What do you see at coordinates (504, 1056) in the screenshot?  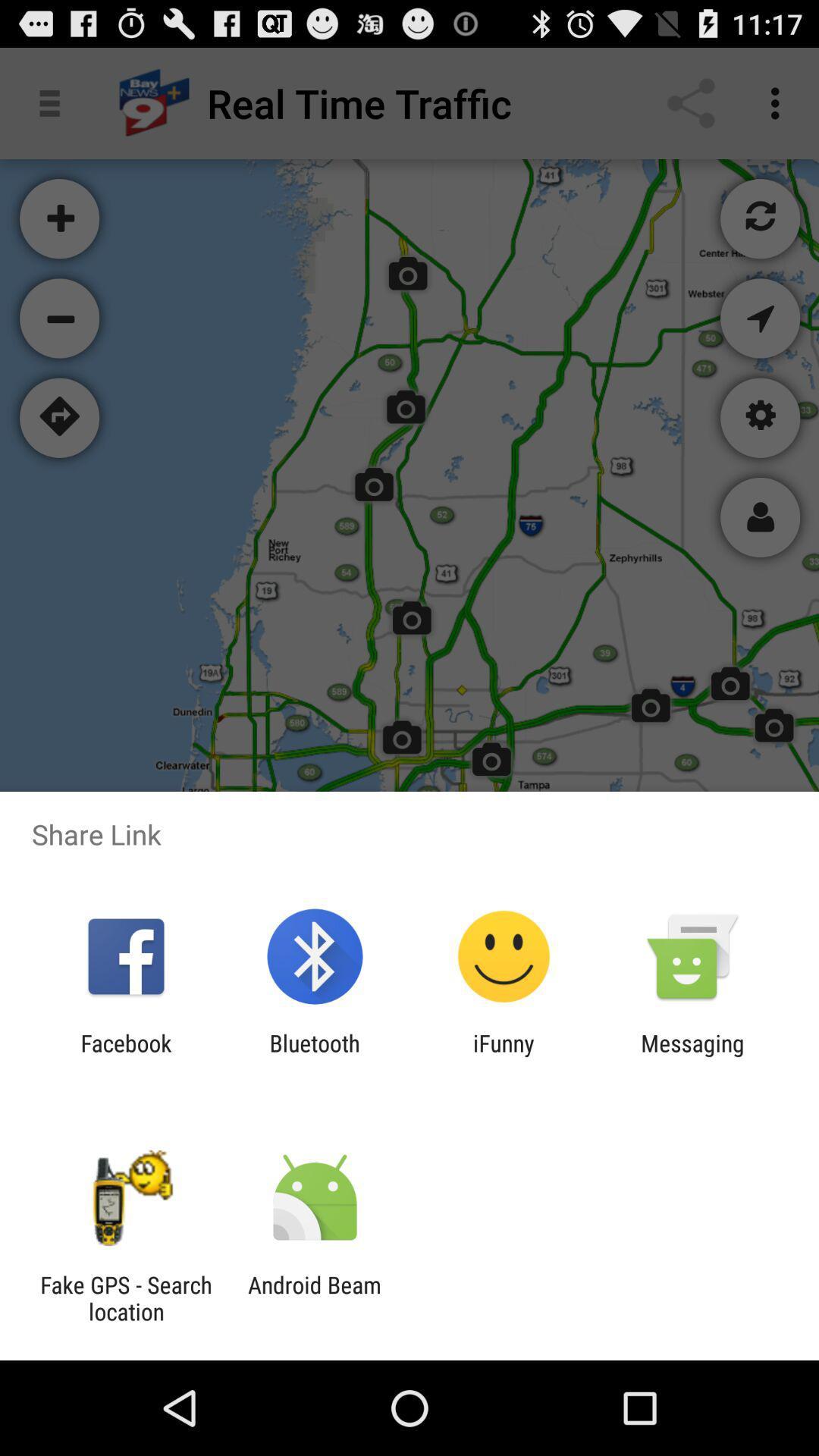 I see `item to the left of messaging item` at bounding box center [504, 1056].